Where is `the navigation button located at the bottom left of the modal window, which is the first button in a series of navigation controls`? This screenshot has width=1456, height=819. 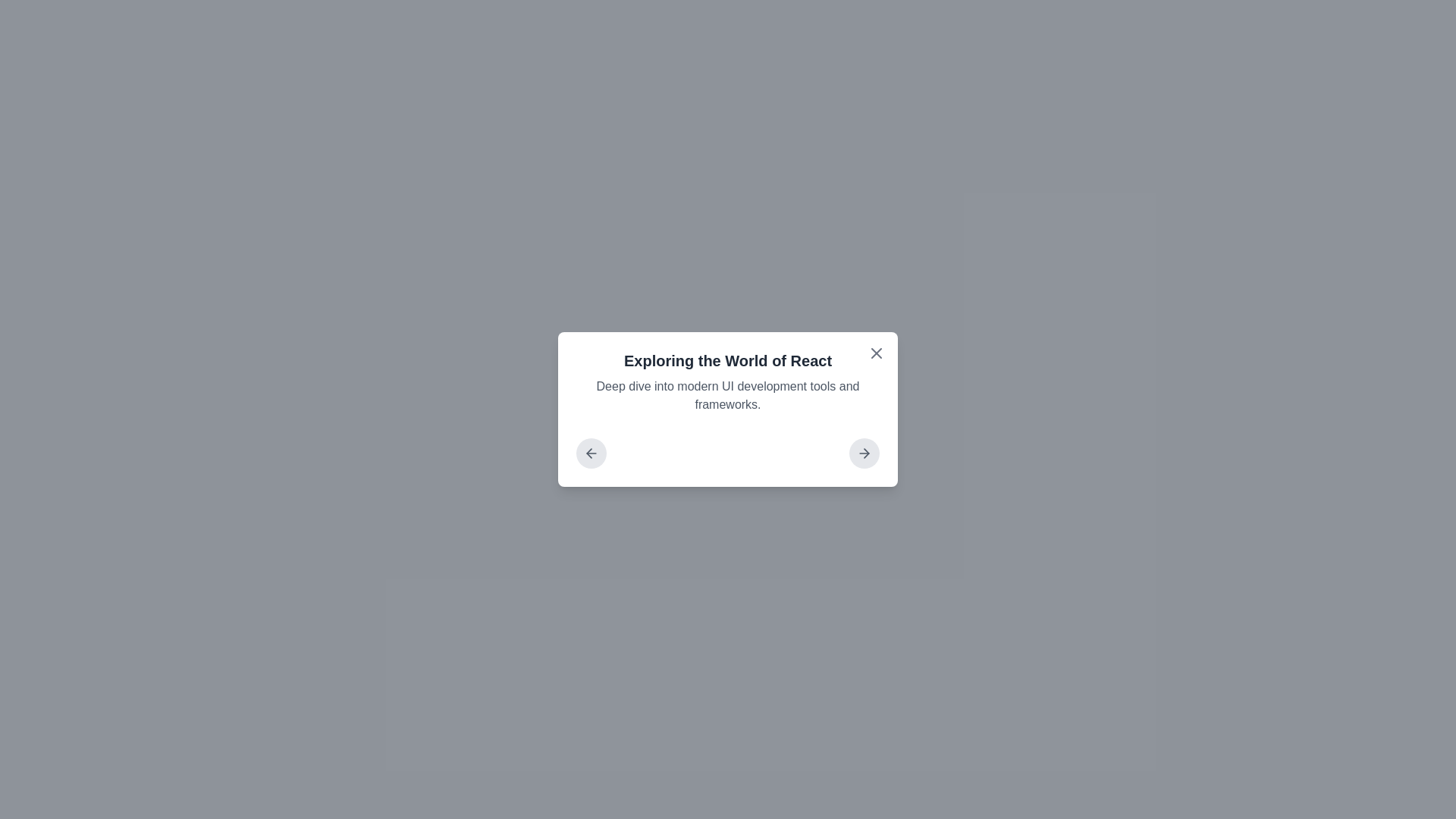 the navigation button located at the bottom left of the modal window, which is the first button in a series of navigation controls is located at coordinates (590, 452).